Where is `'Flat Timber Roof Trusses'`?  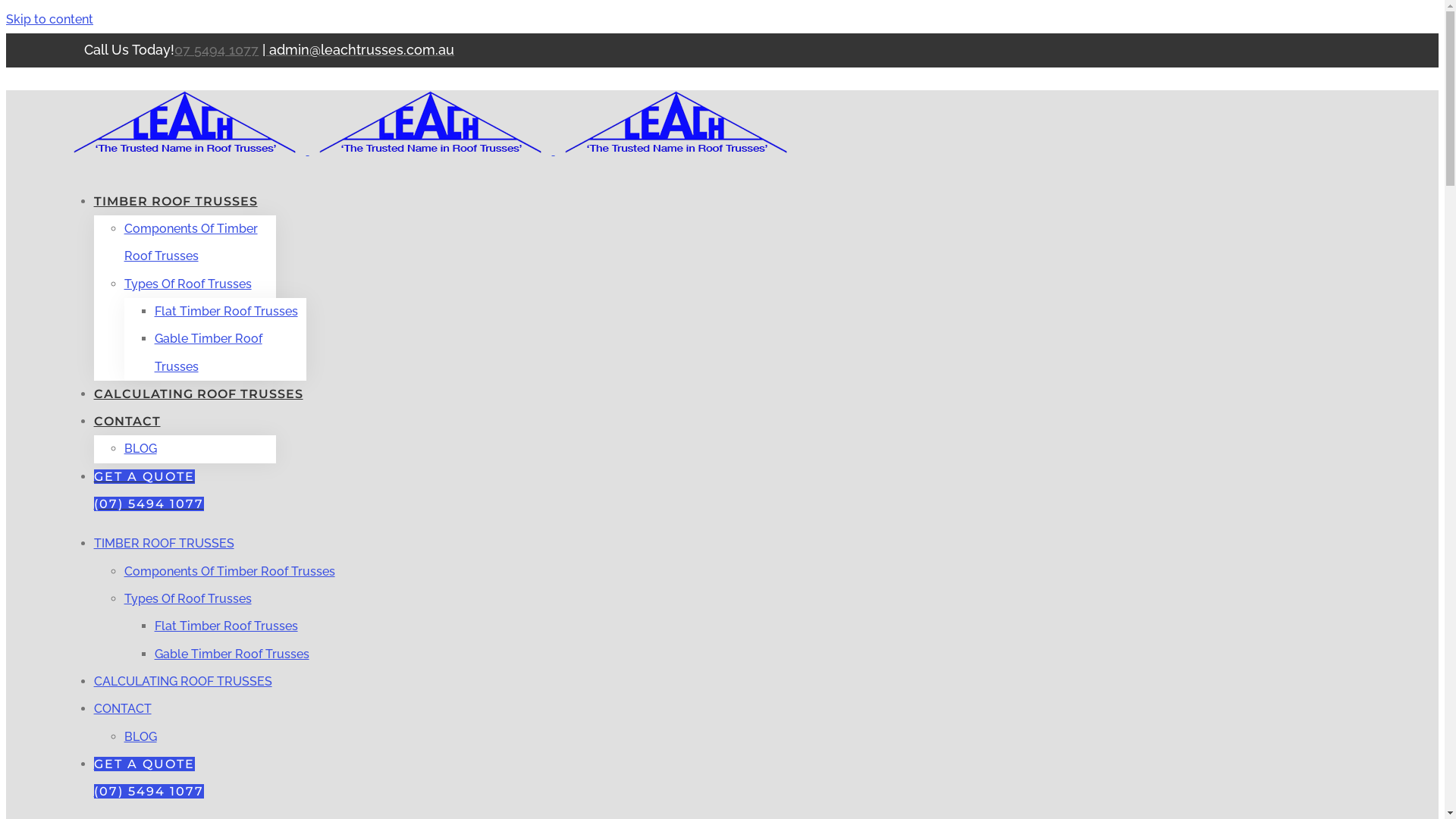
'Flat Timber Roof Trusses' is located at coordinates (154, 626).